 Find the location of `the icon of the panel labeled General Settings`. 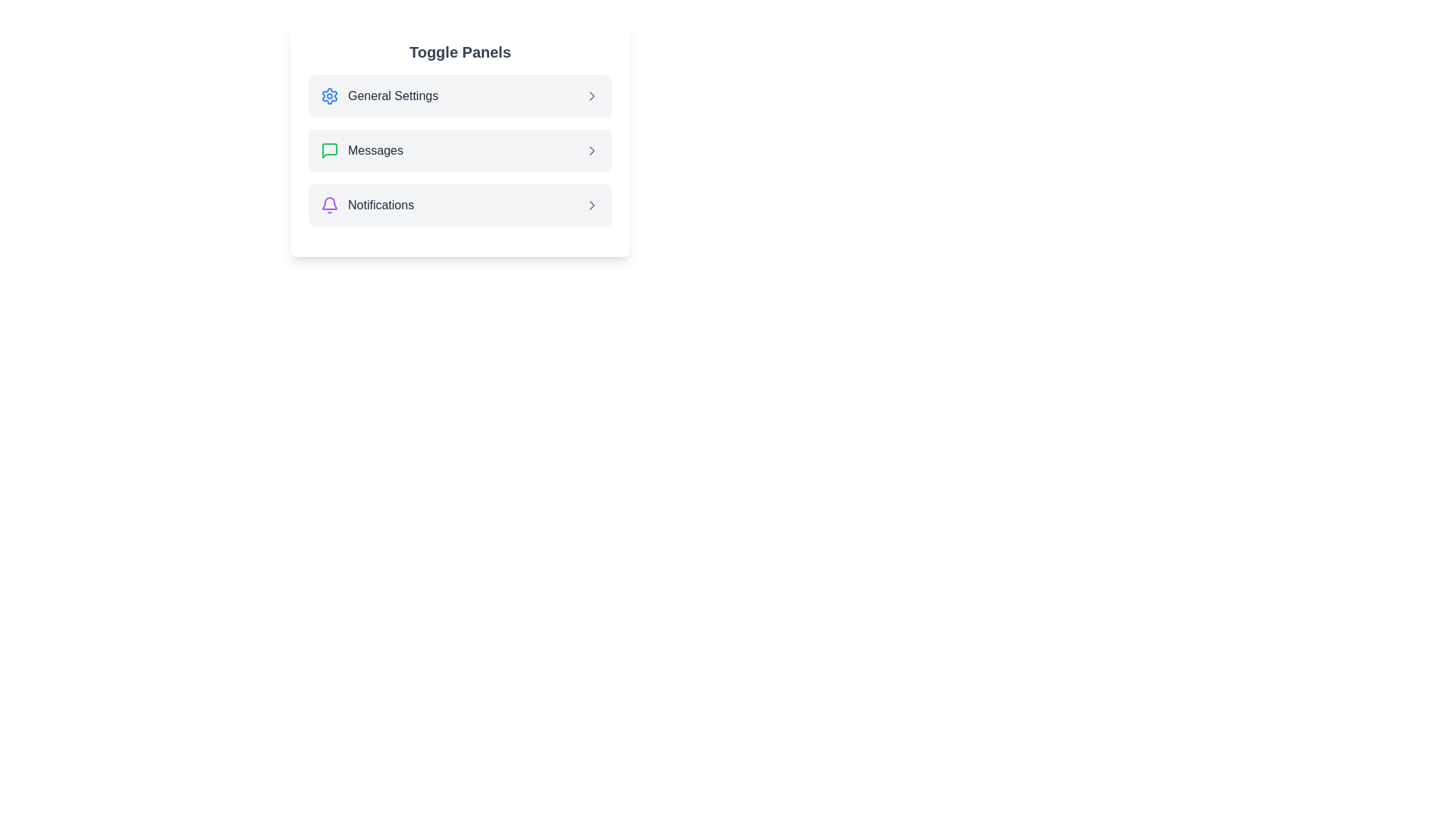

the icon of the panel labeled General Settings is located at coordinates (329, 96).